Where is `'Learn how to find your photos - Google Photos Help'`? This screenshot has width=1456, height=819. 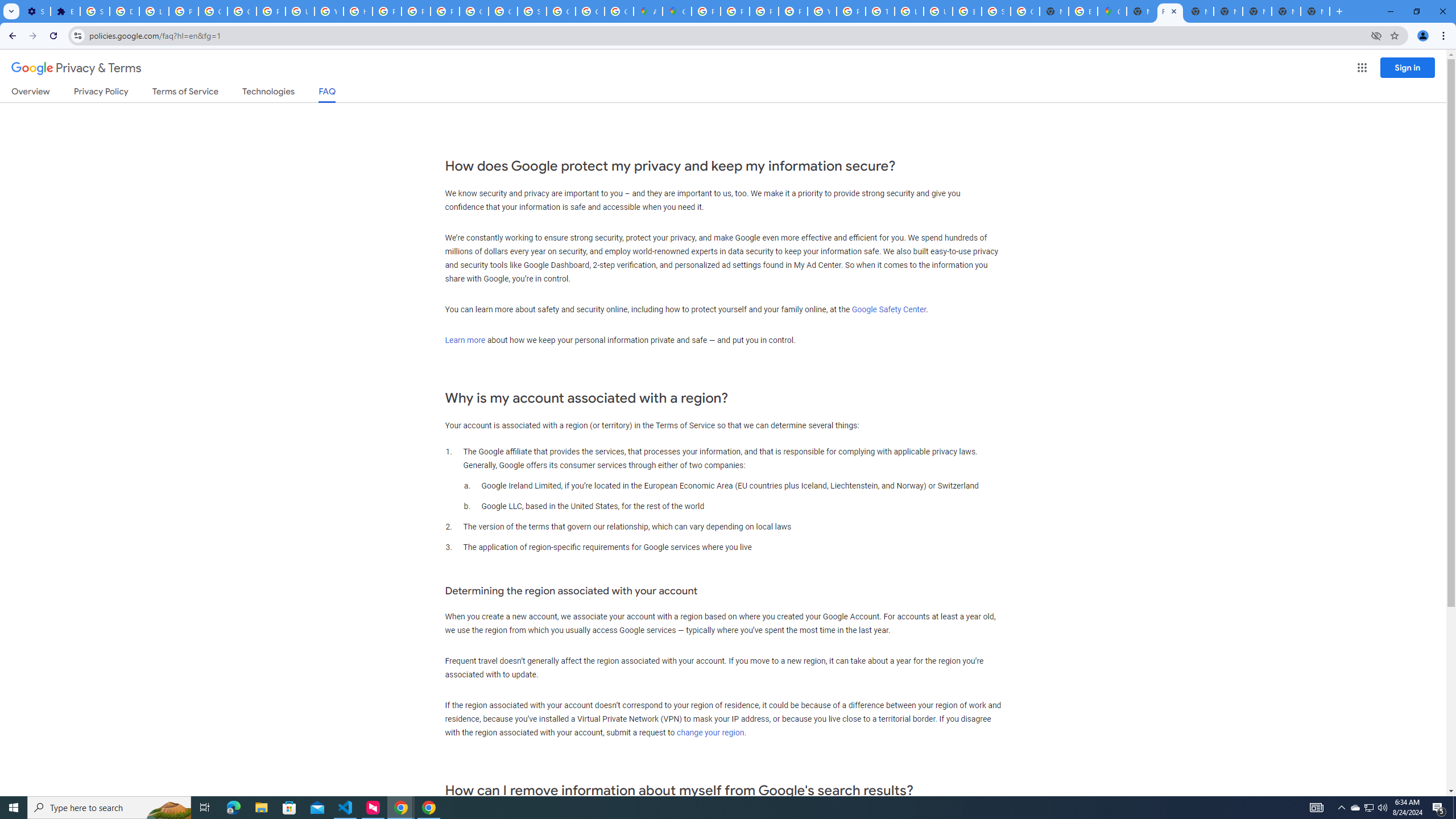
'Learn how to find your photos - Google Photos Help' is located at coordinates (154, 11).